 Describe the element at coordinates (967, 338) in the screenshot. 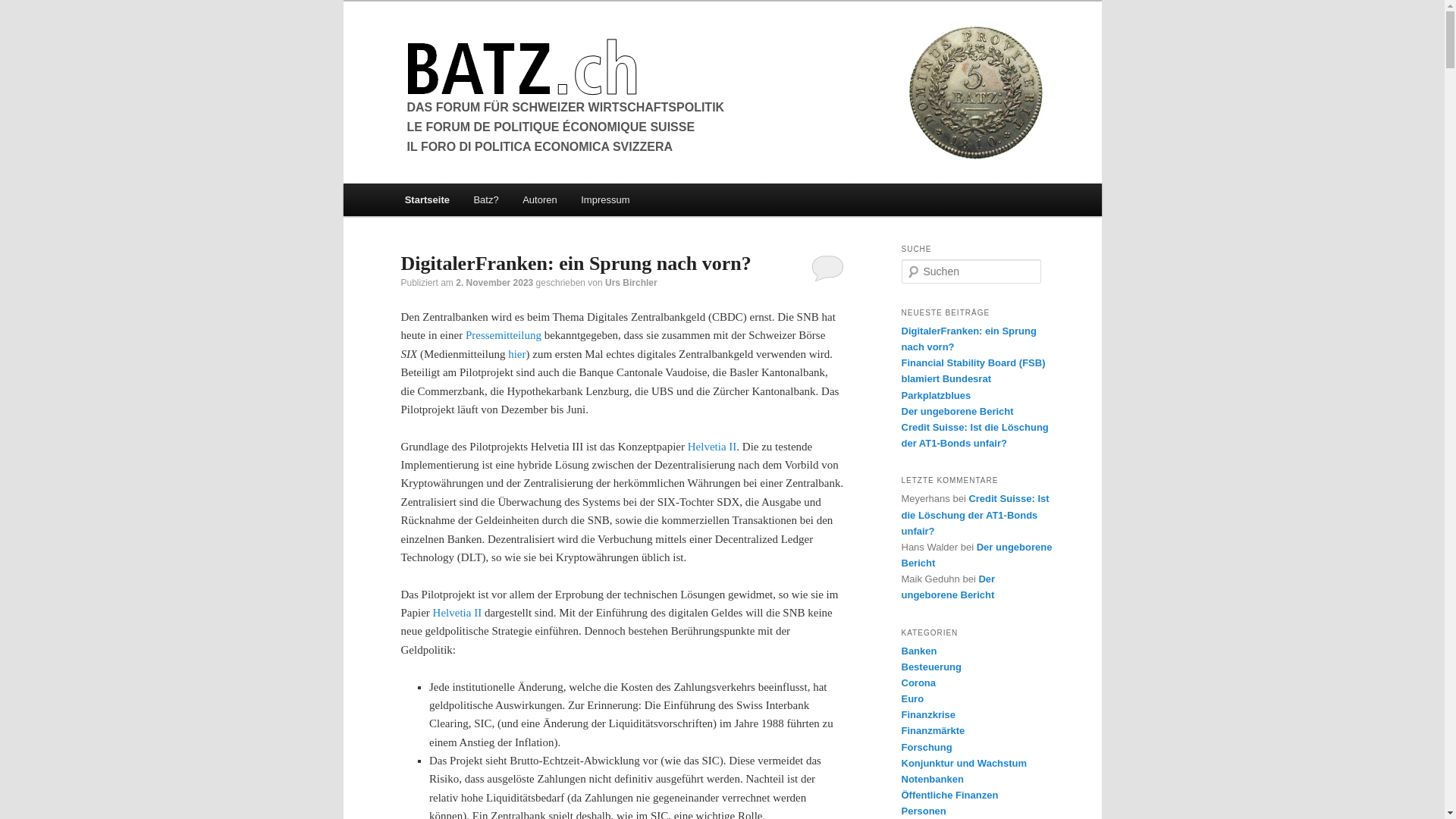

I see `'DigitalerFranken: ein Sprung nach vorn?'` at that location.